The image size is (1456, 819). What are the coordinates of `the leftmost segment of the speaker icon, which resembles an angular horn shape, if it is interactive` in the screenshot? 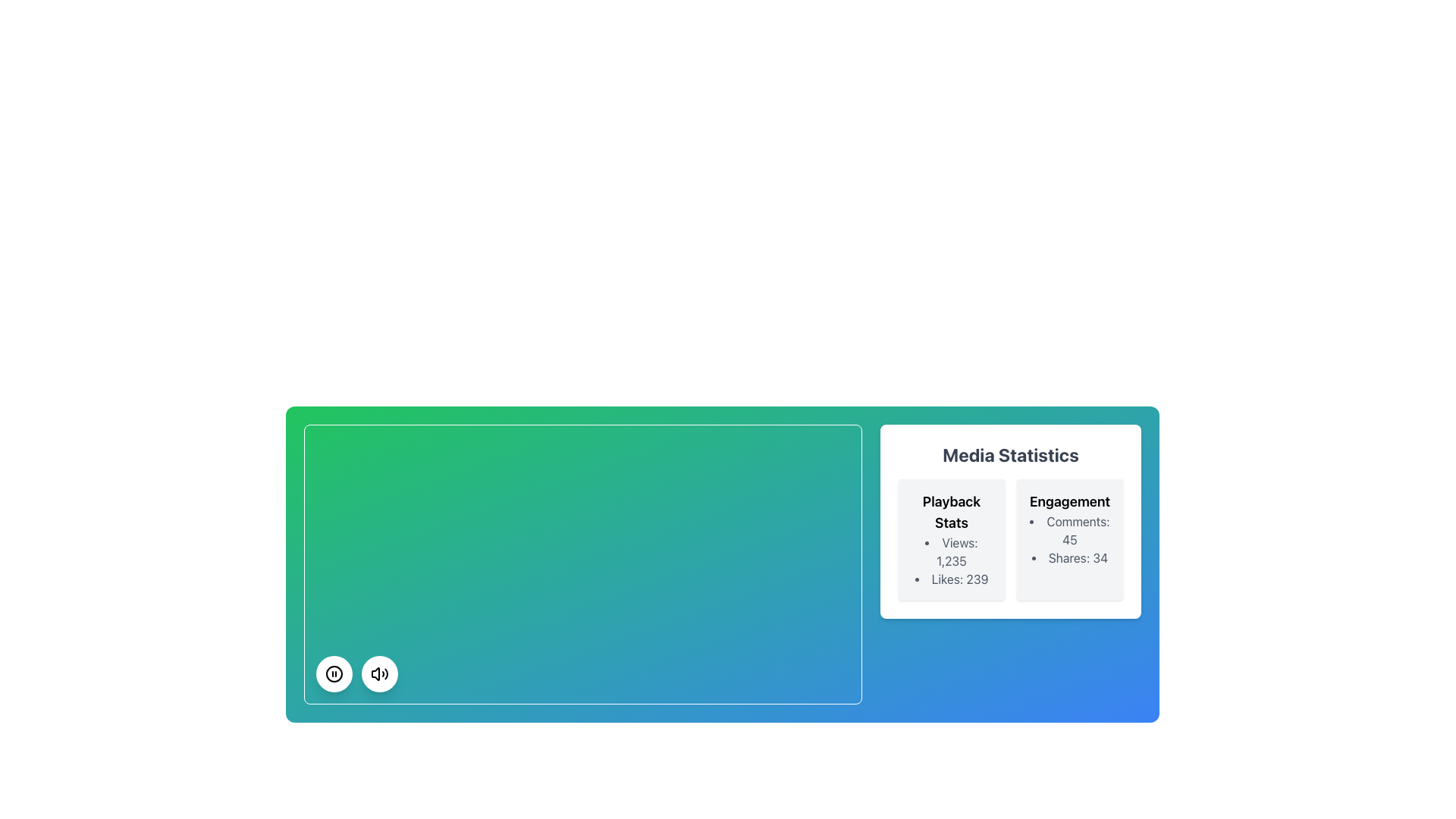 It's located at (375, 673).